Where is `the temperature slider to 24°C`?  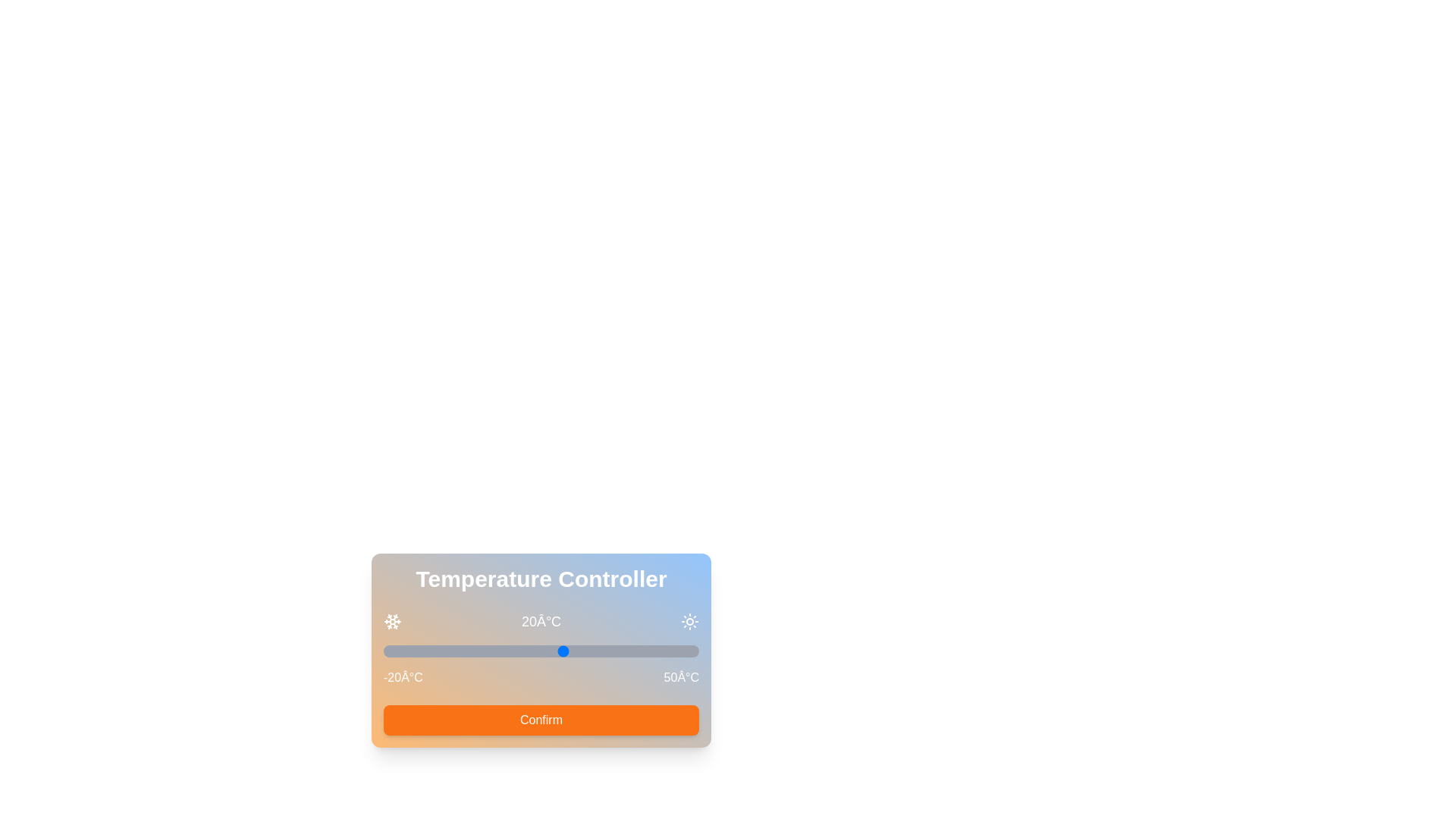 the temperature slider to 24°C is located at coordinates (581, 651).